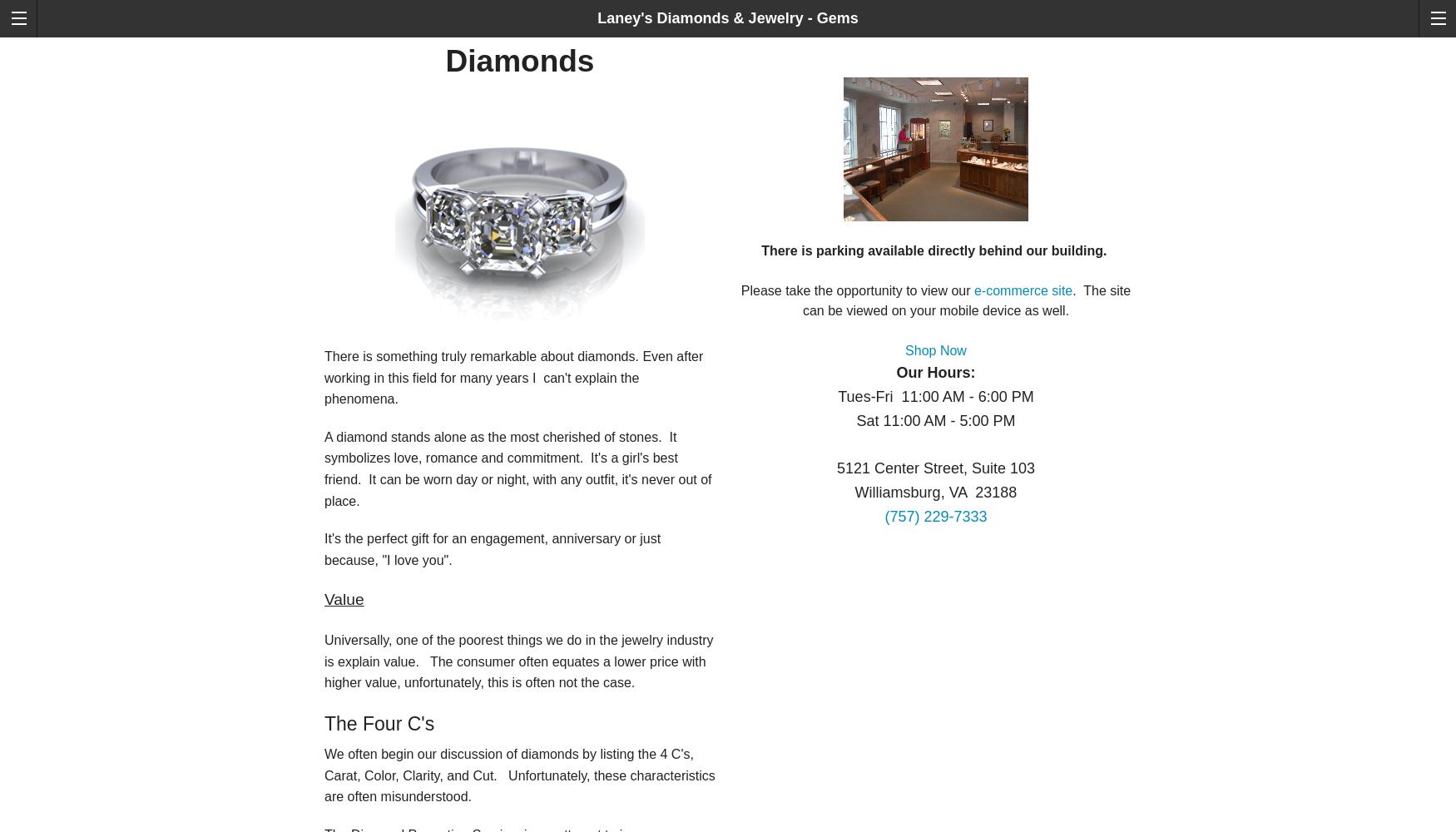 The image size is (1456, 832). Describe the element at coordinates (760, 250) in the screenshot. I see `'There is parking available directly behind our building.'` at that location.